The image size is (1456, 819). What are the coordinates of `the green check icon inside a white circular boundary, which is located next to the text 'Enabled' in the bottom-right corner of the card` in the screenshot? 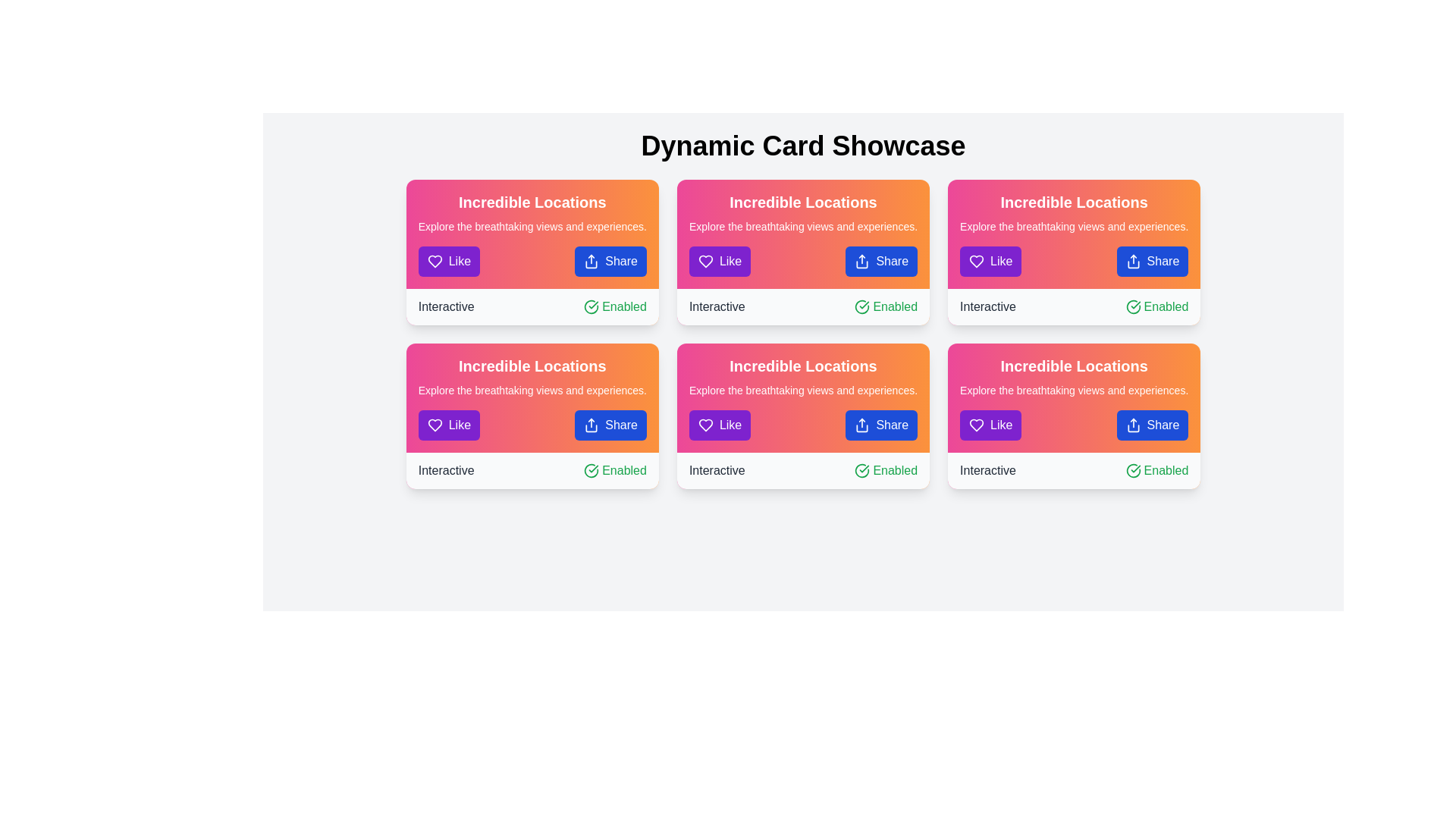 It's located at (1133, 307).